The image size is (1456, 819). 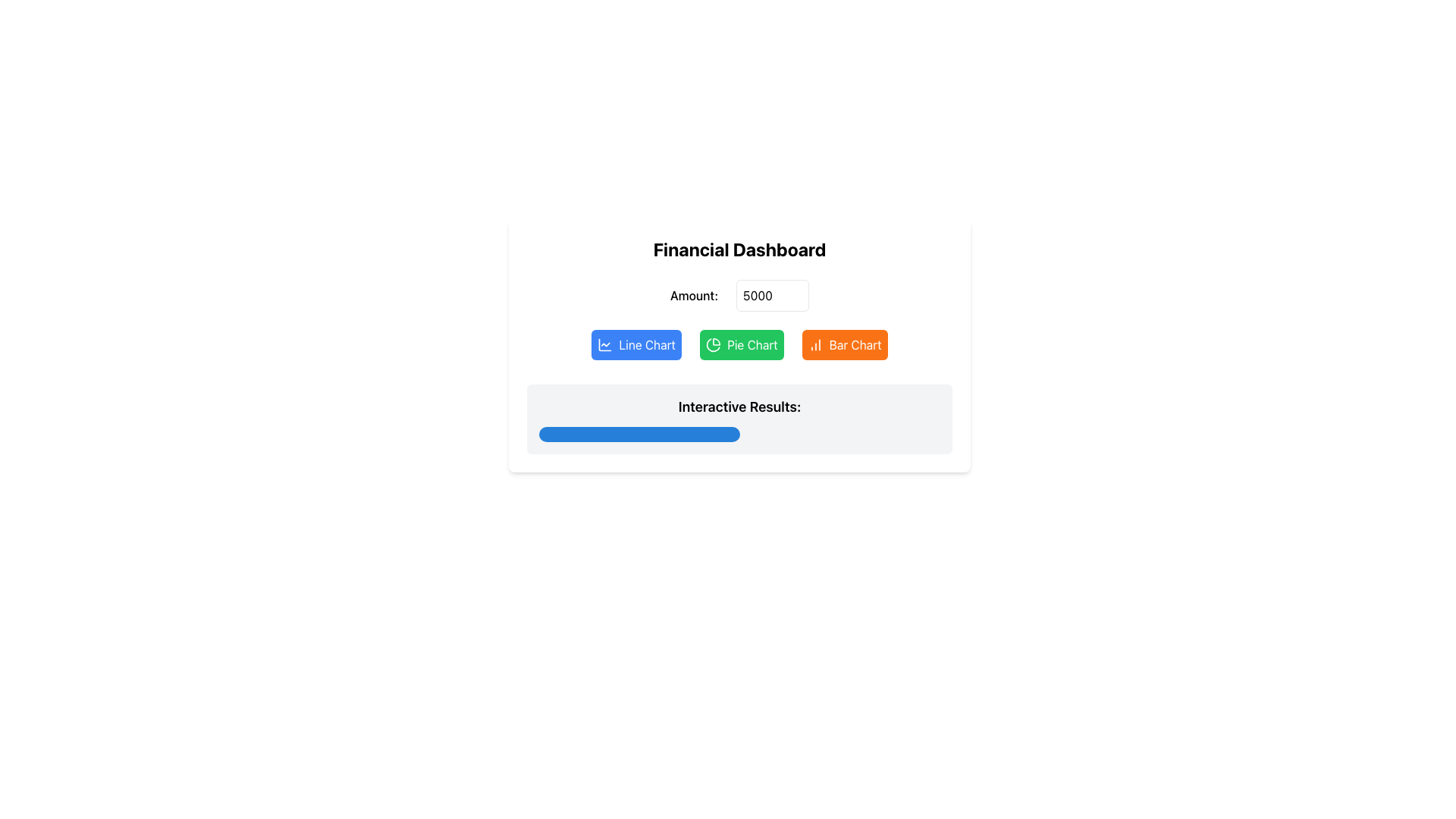 What do you see at coordinates (739, 345) in the screenshot?
I see `the bright green 'Pie Chart' button, which has rounded corners and features a white text label with a pie chart icon to the left` at bounding box center [739, 345].